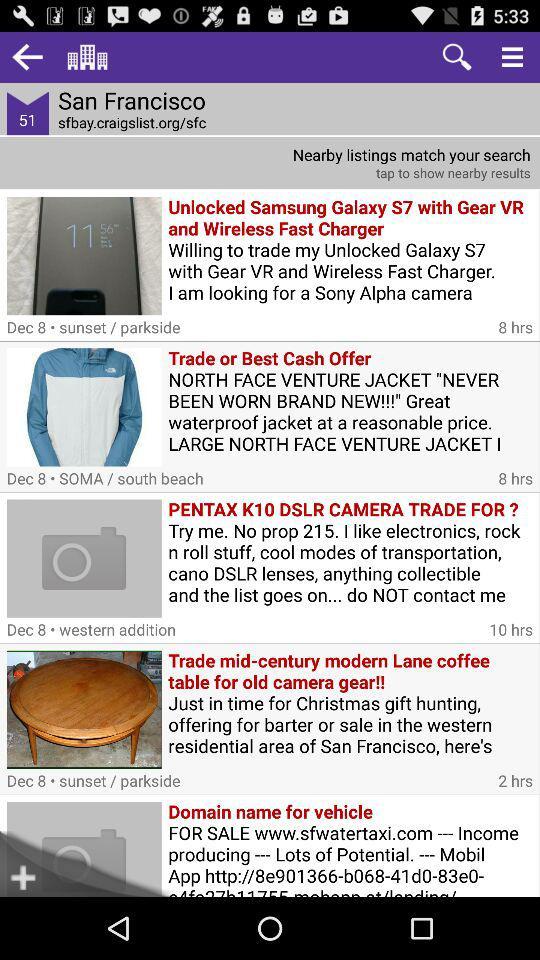 This screenshot has width=540, height=960. What do you see at coordinates (26, 56) in the screenshot?
I see `go back` at bounding box center [26, 56].